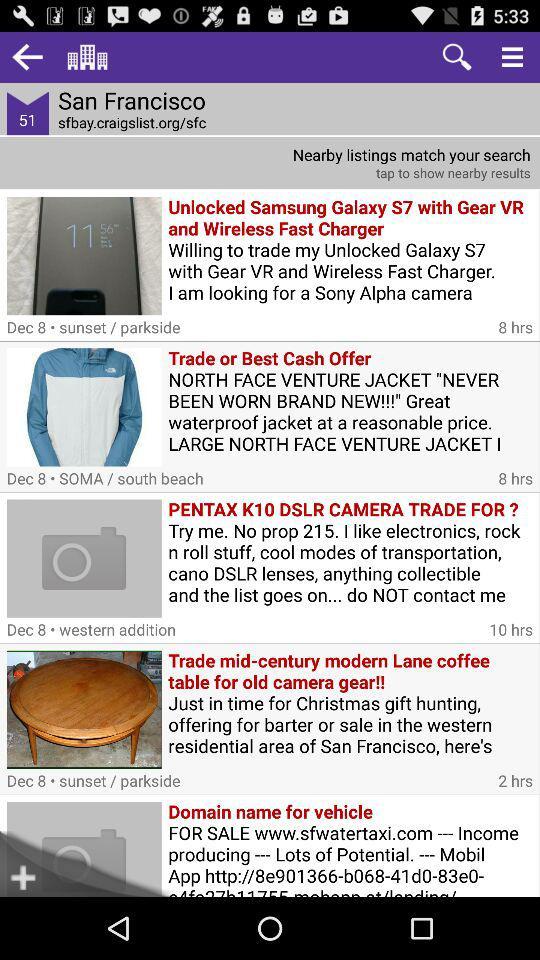 This screenshot has width=540, height=960. What do you see at coordinates (26, 56) in the screenshot?
I see `go back` at bounding box center [26, 56].